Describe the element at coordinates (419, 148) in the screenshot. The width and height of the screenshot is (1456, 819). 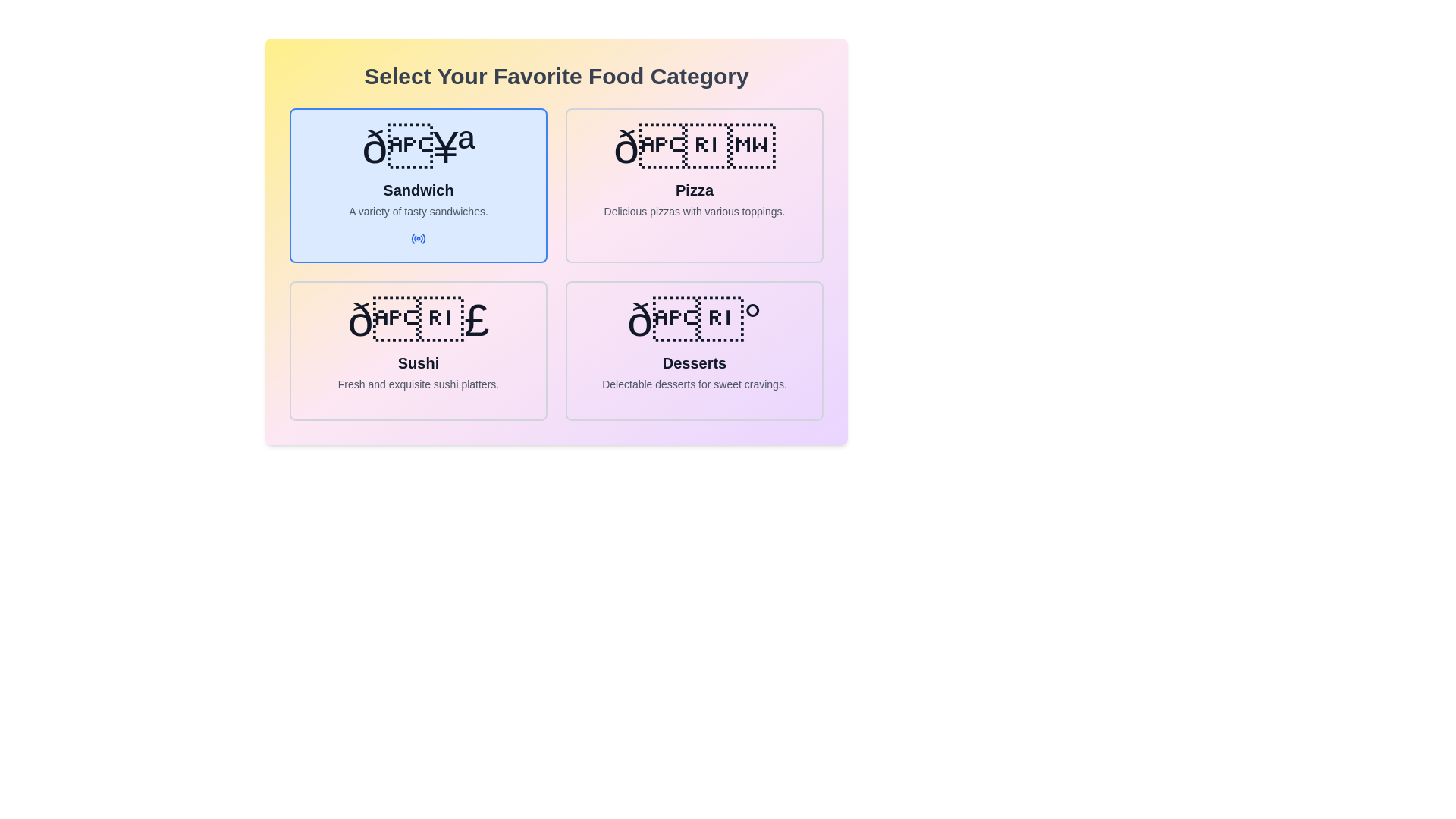
I see `the prominent decorative symbol displayed in a large, dark font style located above the title 'Sandwich' within a light blue, rounded rectangular area` at that location.